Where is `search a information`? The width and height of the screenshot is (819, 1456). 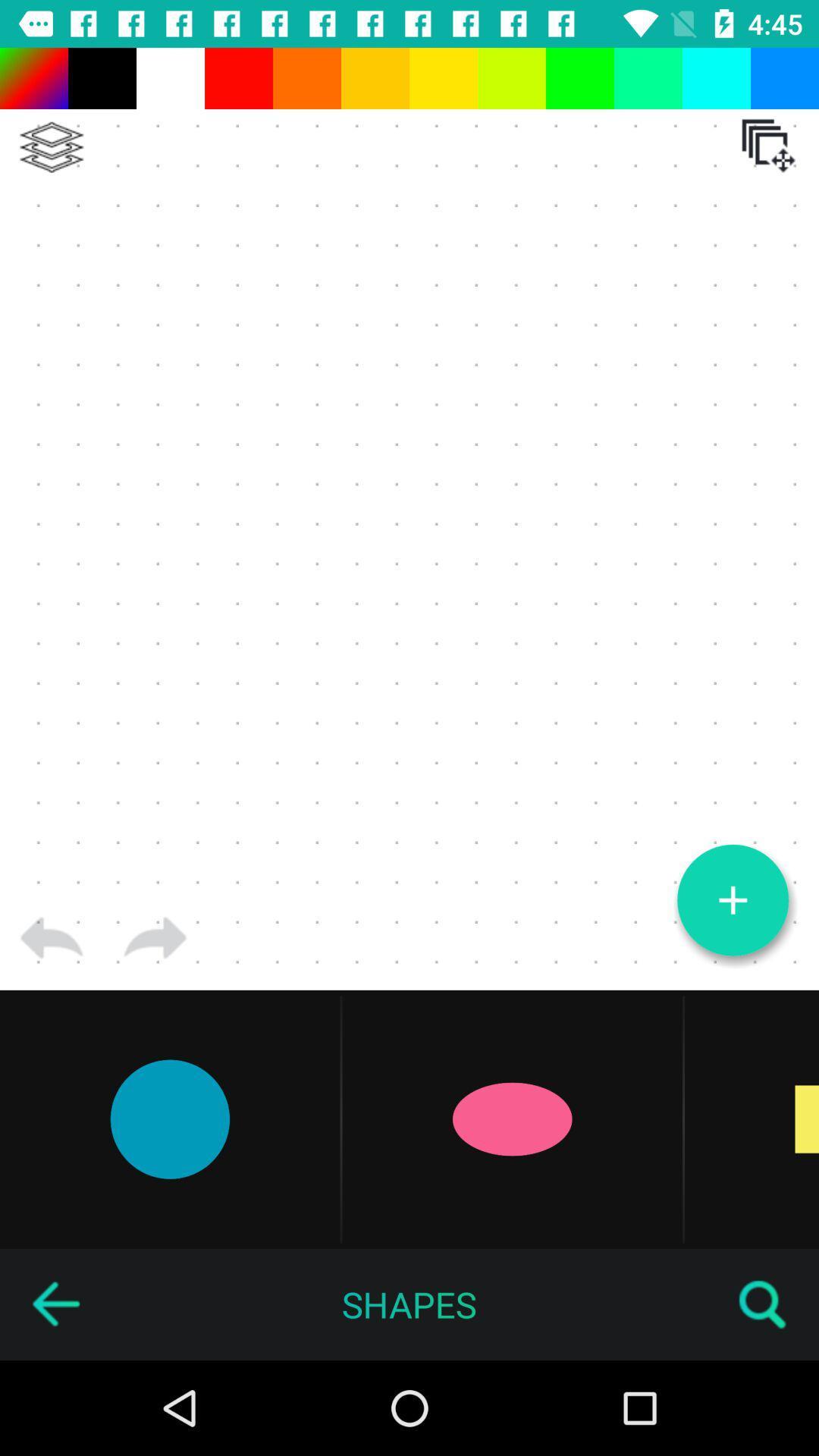 search a information is located at coordinates (763, 1304).